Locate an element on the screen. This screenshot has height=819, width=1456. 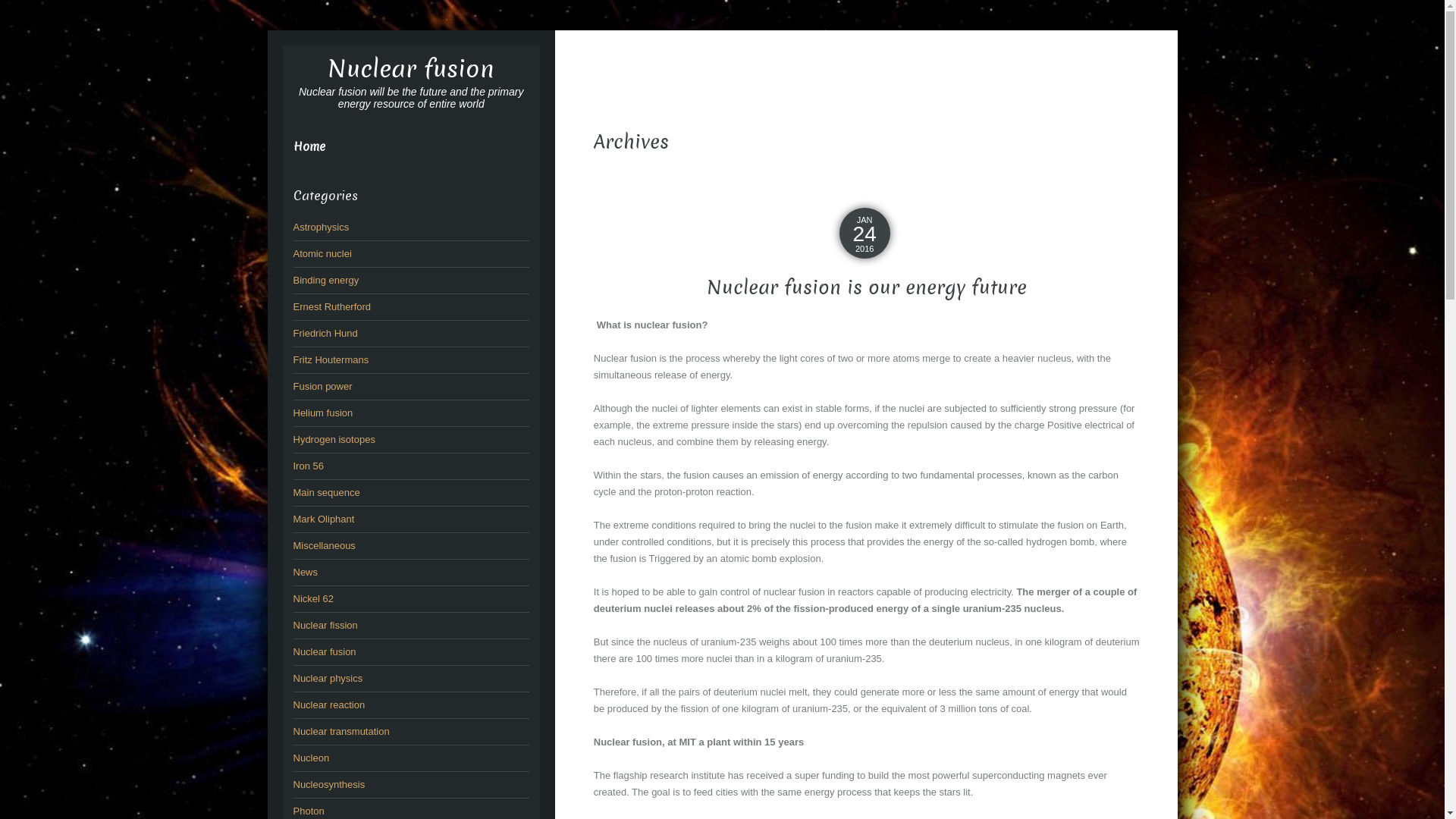
'Mark Oliphant' is located at coordinates (292, 518).